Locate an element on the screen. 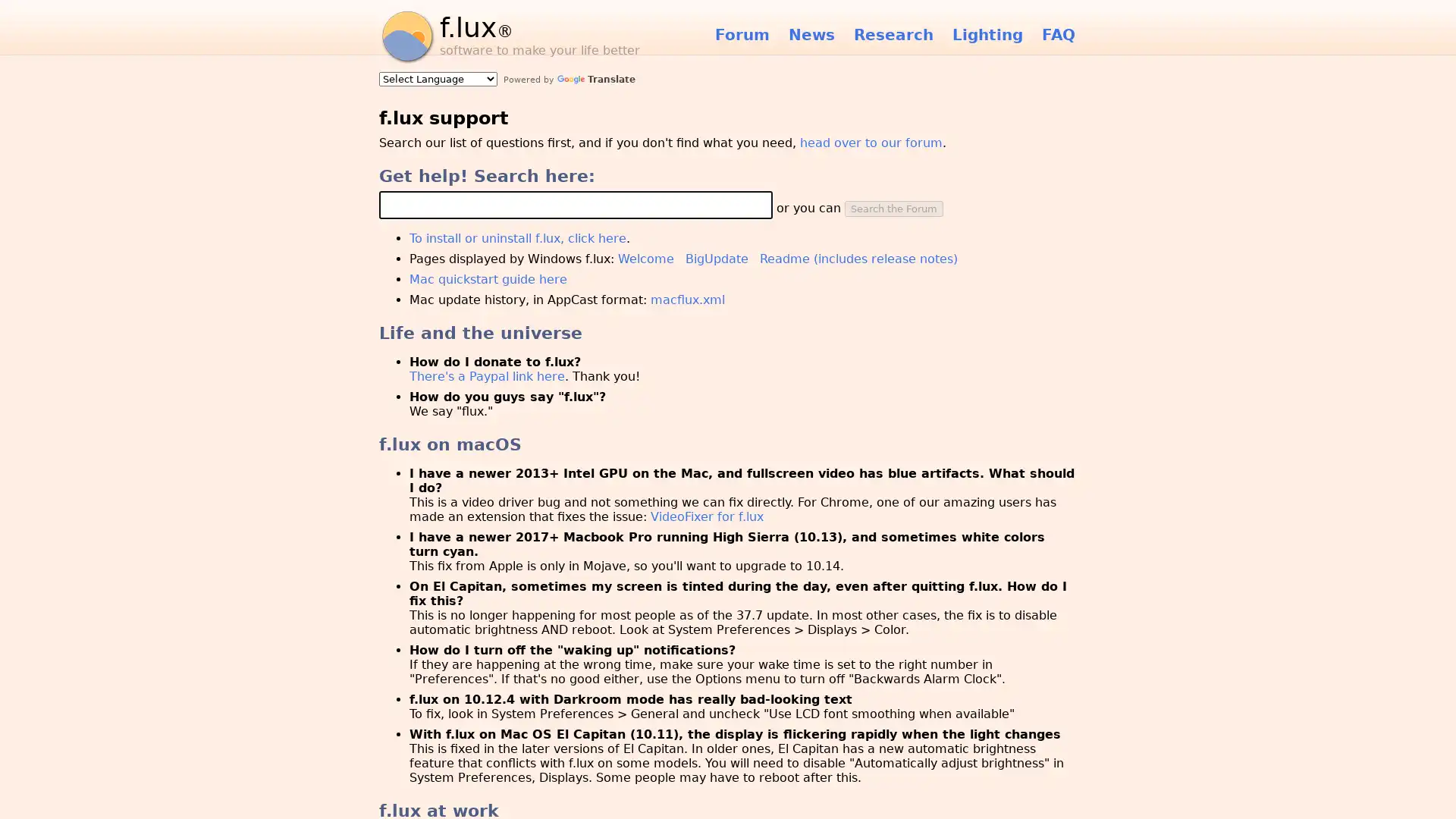  Search the Forum is located at coordinates (894, 208).